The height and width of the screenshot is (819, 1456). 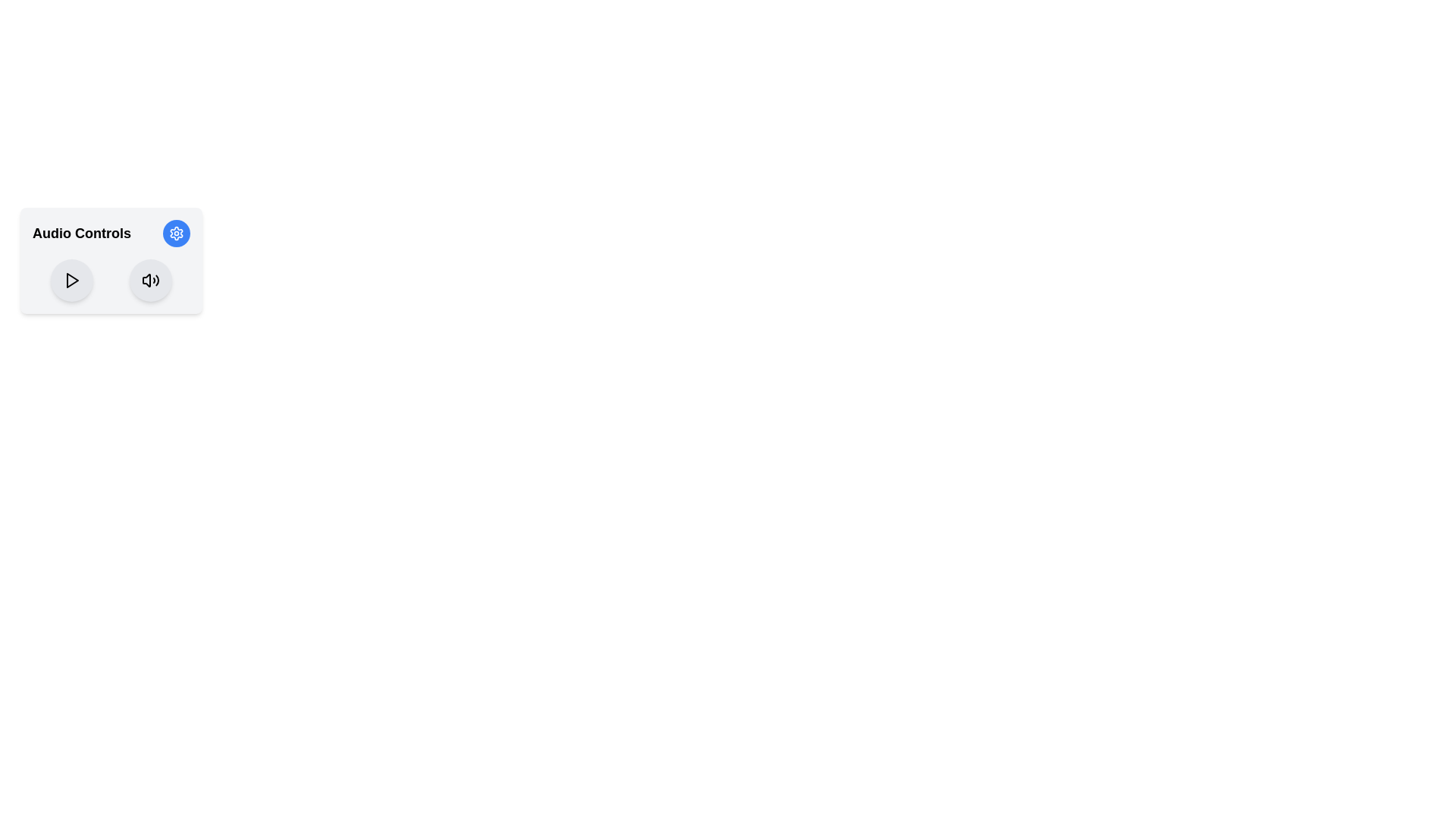 I want to click on the audio control button located to the right of the play button, so click(x=150, y=281).